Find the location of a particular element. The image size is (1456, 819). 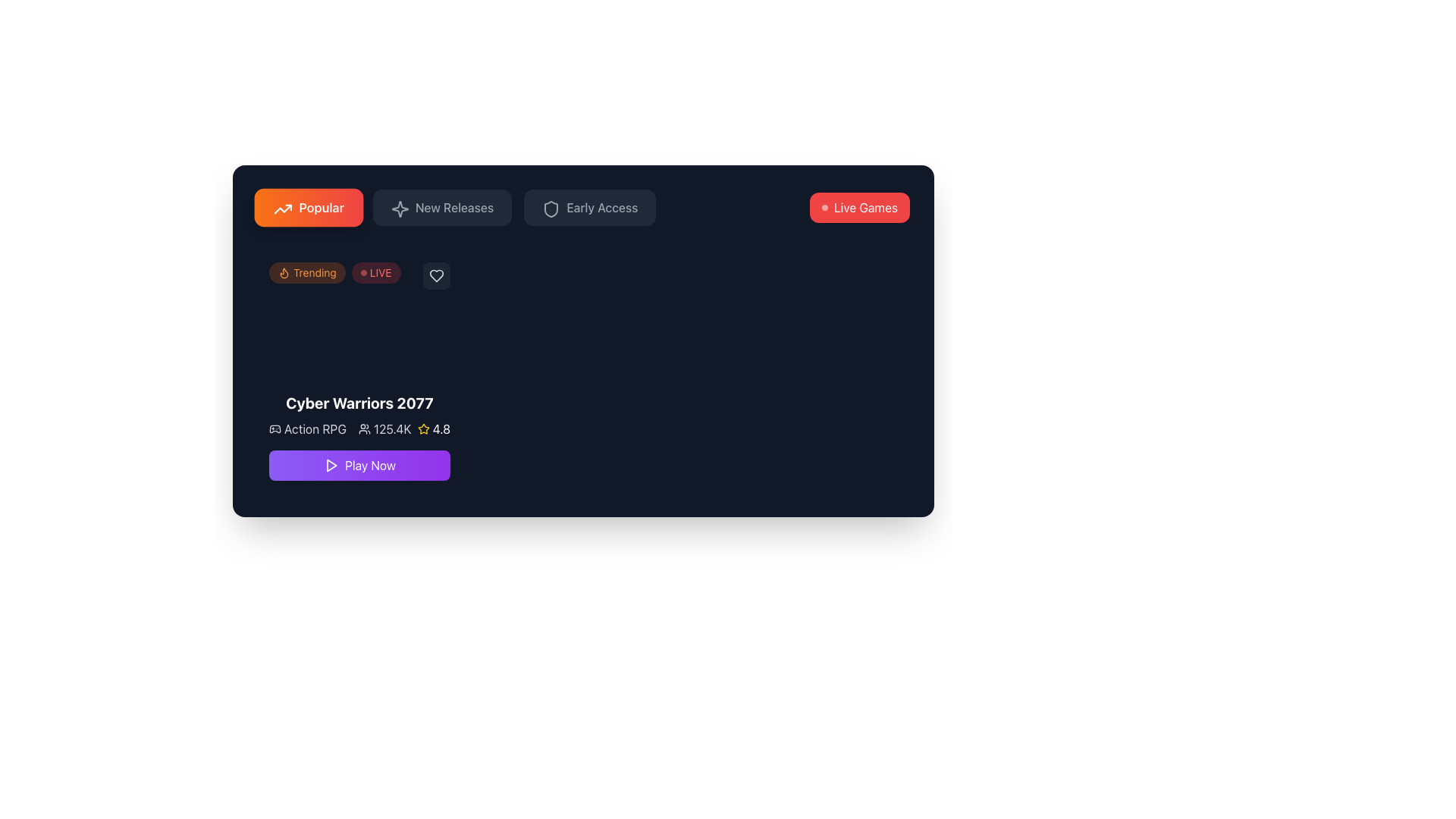

the text 'Action RPG' with the game controller icon, which is located near the bottom-left section of the visible panel is located at coordinates (306, 429).